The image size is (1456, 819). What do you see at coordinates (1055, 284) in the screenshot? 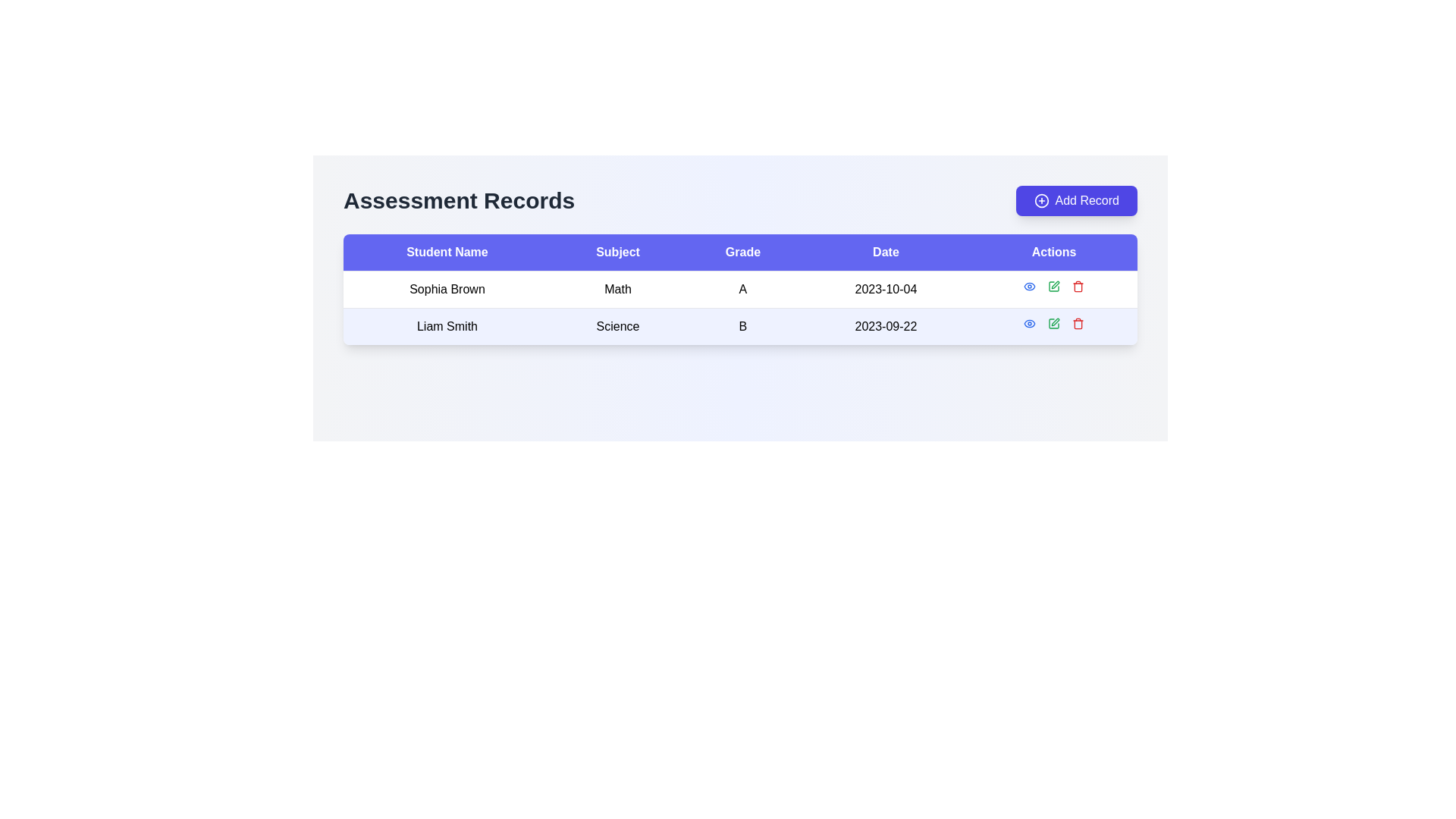
I see `the edit icon button located in the 'Actions' column of the second row in the table` at bounding box center [1055, 284].